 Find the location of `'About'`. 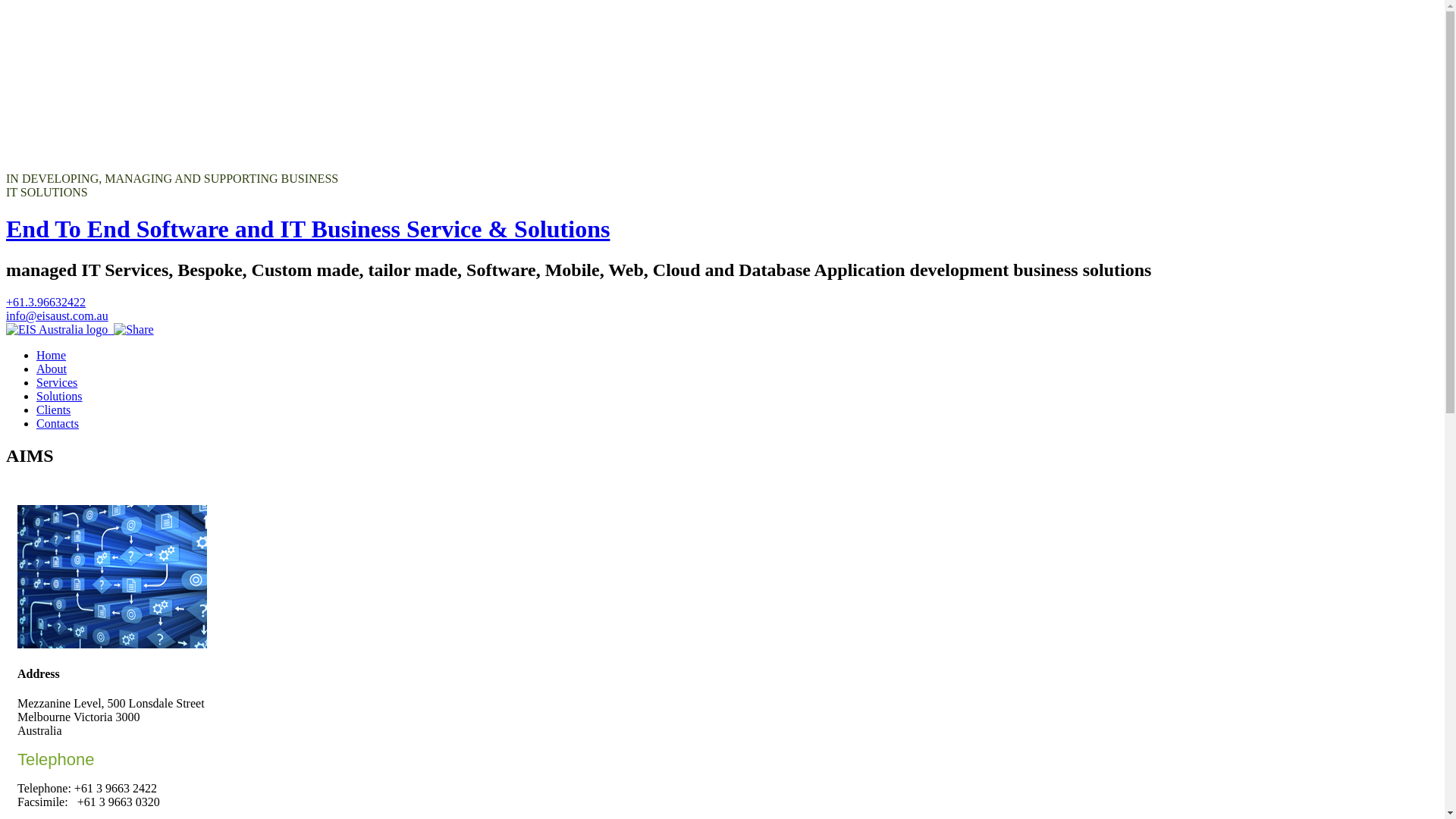

'About' is located at coordinates (36, 369).